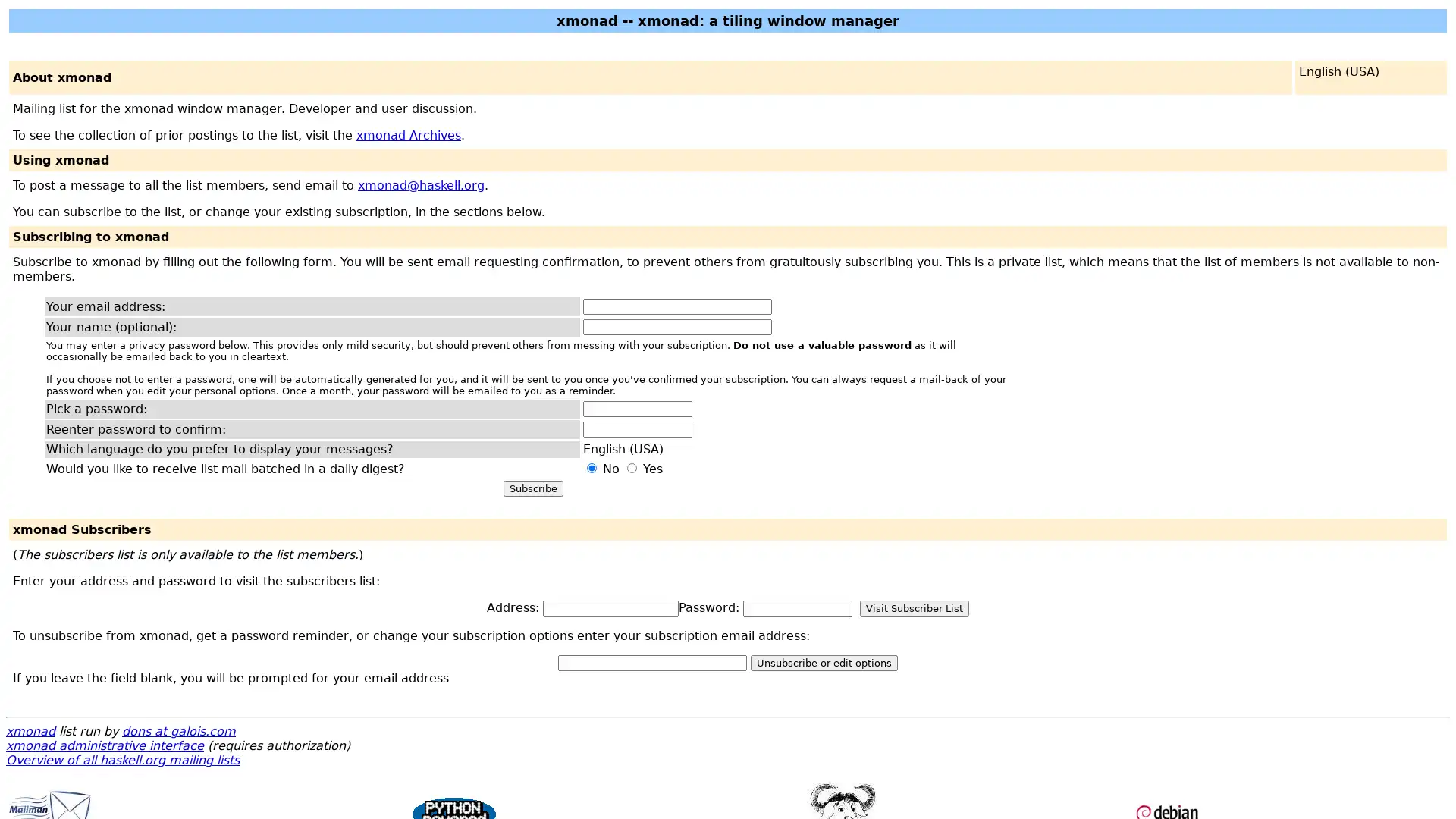 The height and width of the screenshot is (819, 1456). Describe the element at coordinates (532, 488) in the screenshot. I see `Subscribe` at that location.